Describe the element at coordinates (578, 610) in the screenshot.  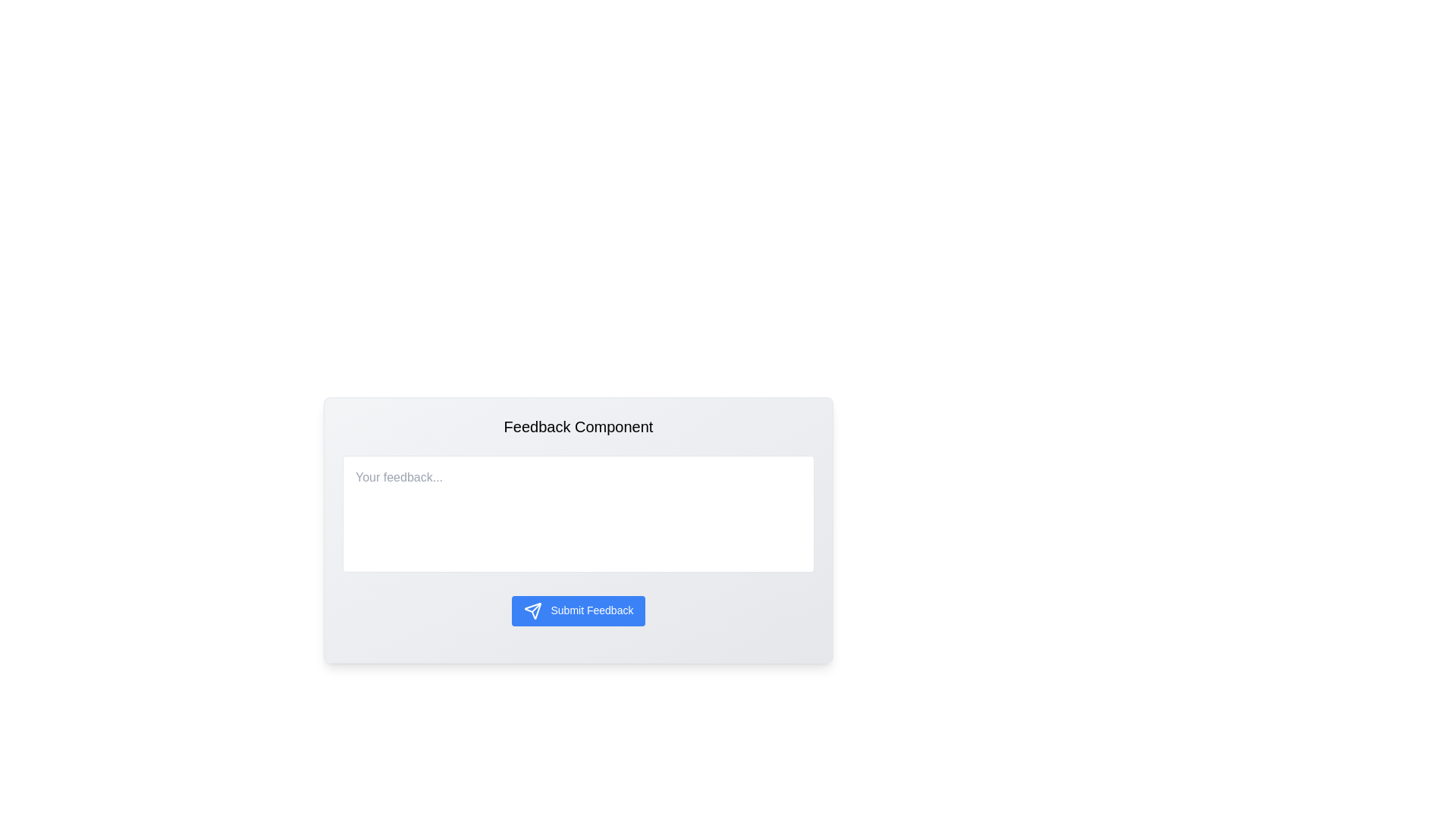
I see `the blue 'Submit Feedback' button with a paper plane icon` at that location.